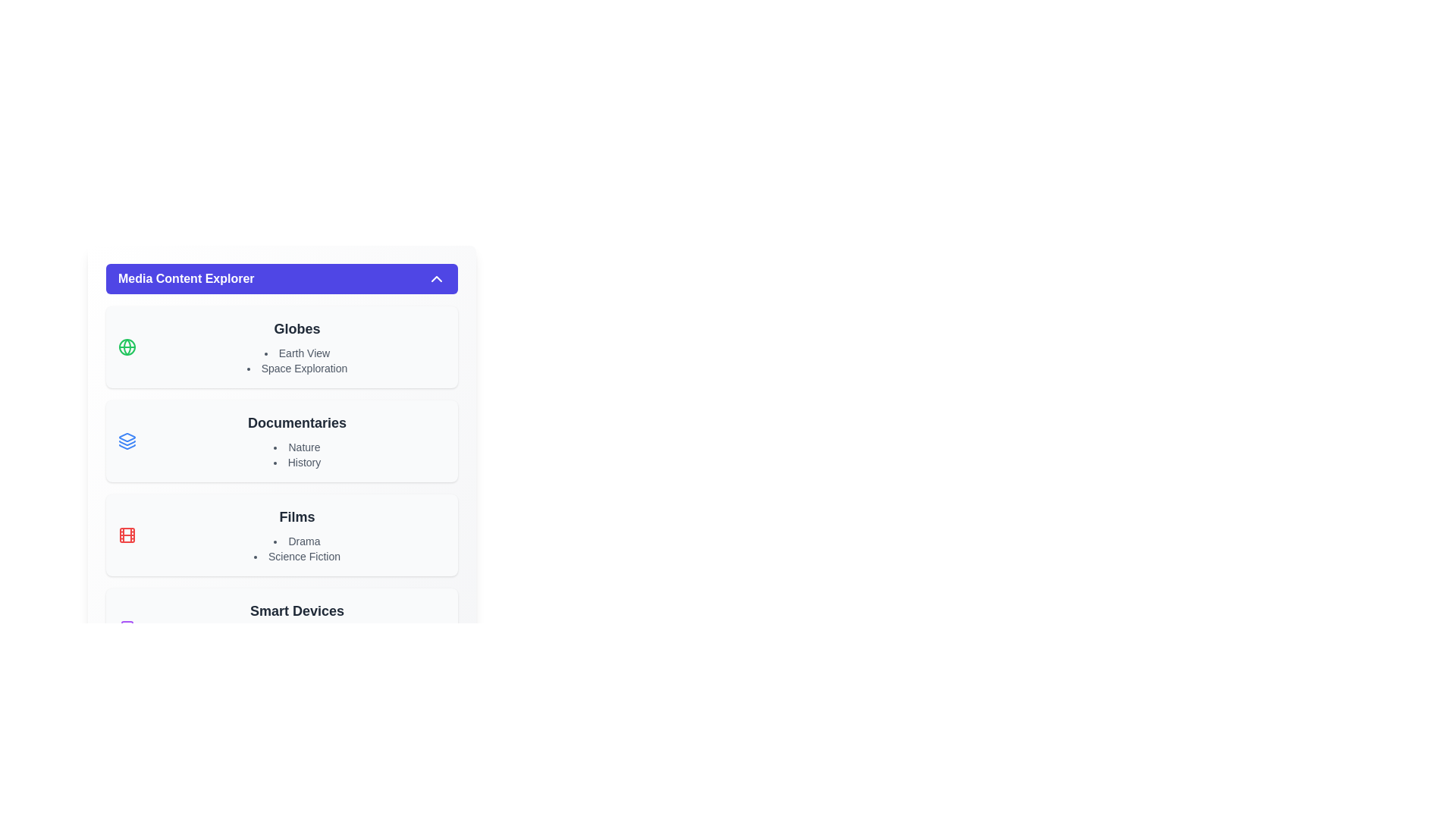 The image size is (1456, 819). Describe the element at coordinates (297, 369) in the screenshot. I see `to select the list item with the text 'Space Exploration', which is the second item under the heading 'Globes'` at that location.